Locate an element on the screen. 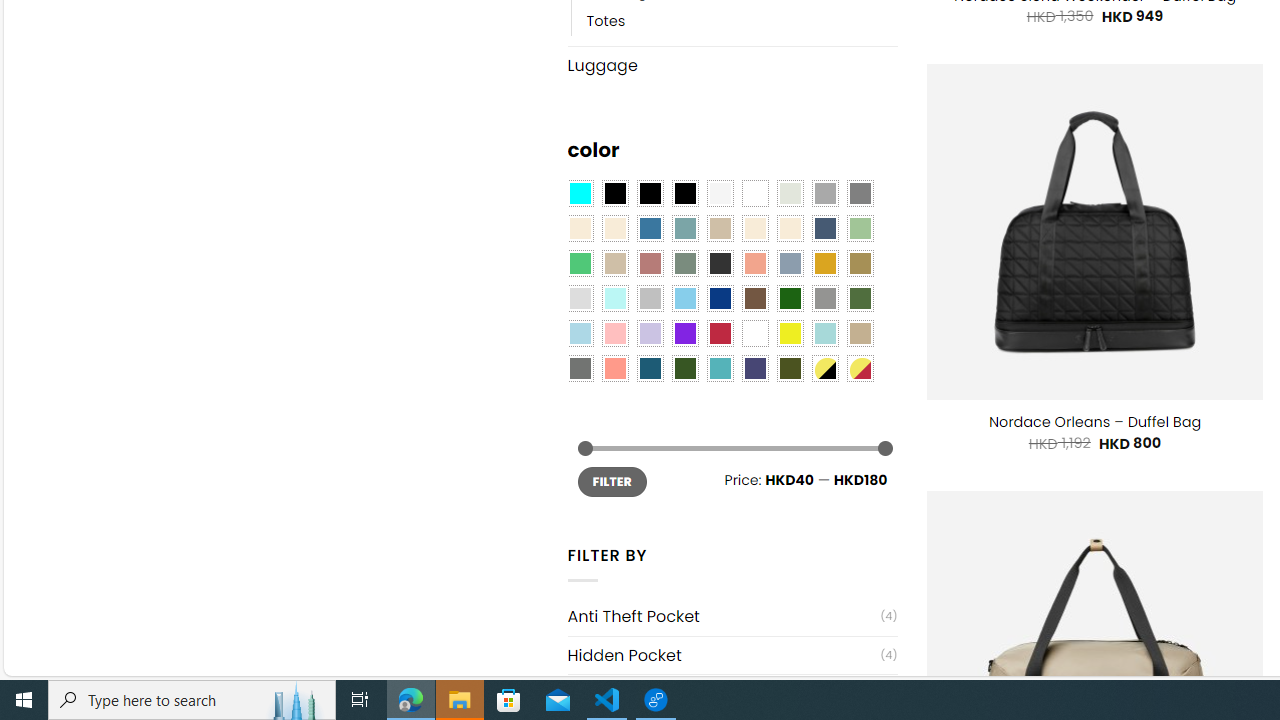  'Dark Gray' is located at coordinates (824, 194).